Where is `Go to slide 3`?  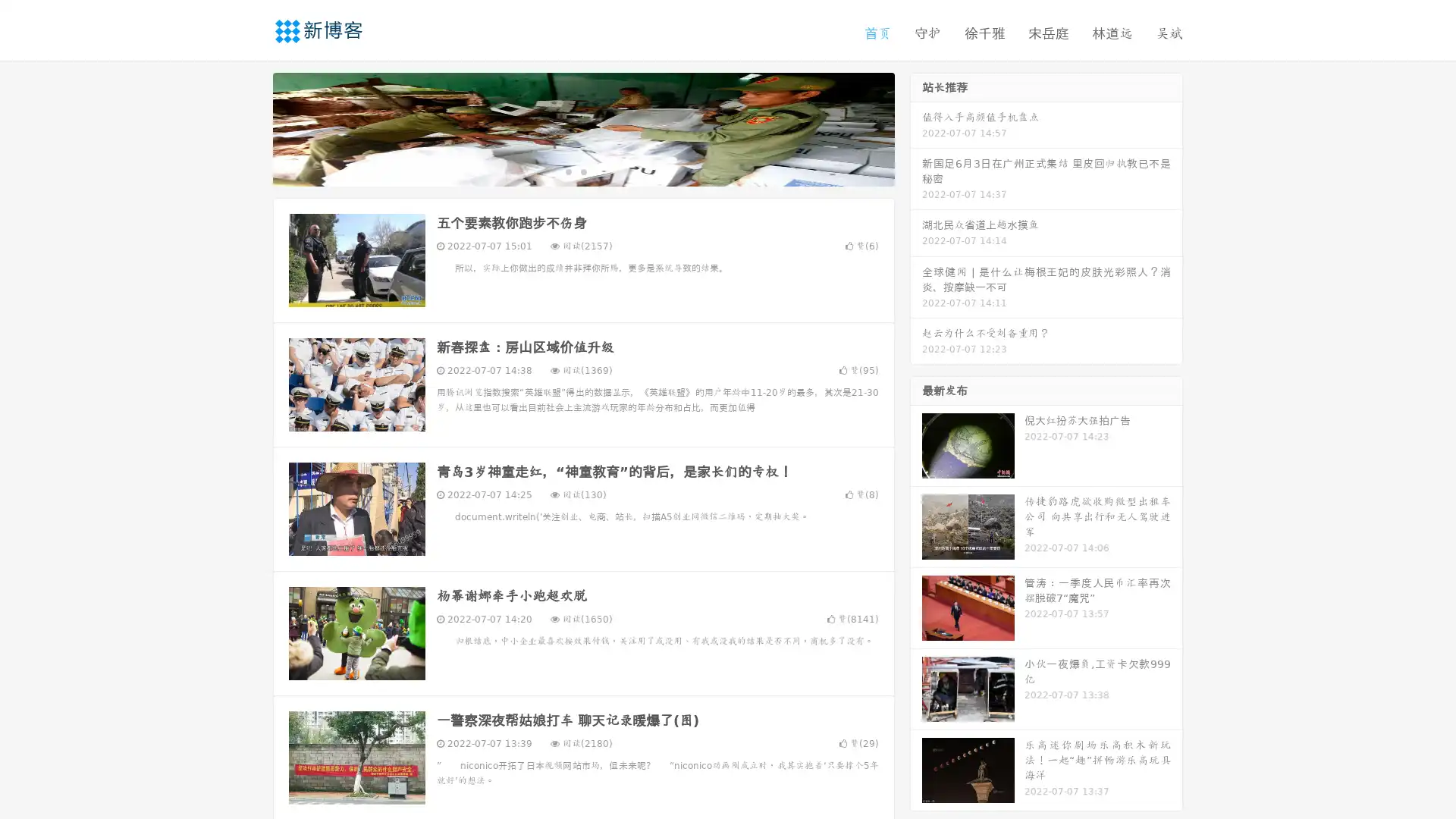
Go to slide 3 is located at coordinates (598, 171).